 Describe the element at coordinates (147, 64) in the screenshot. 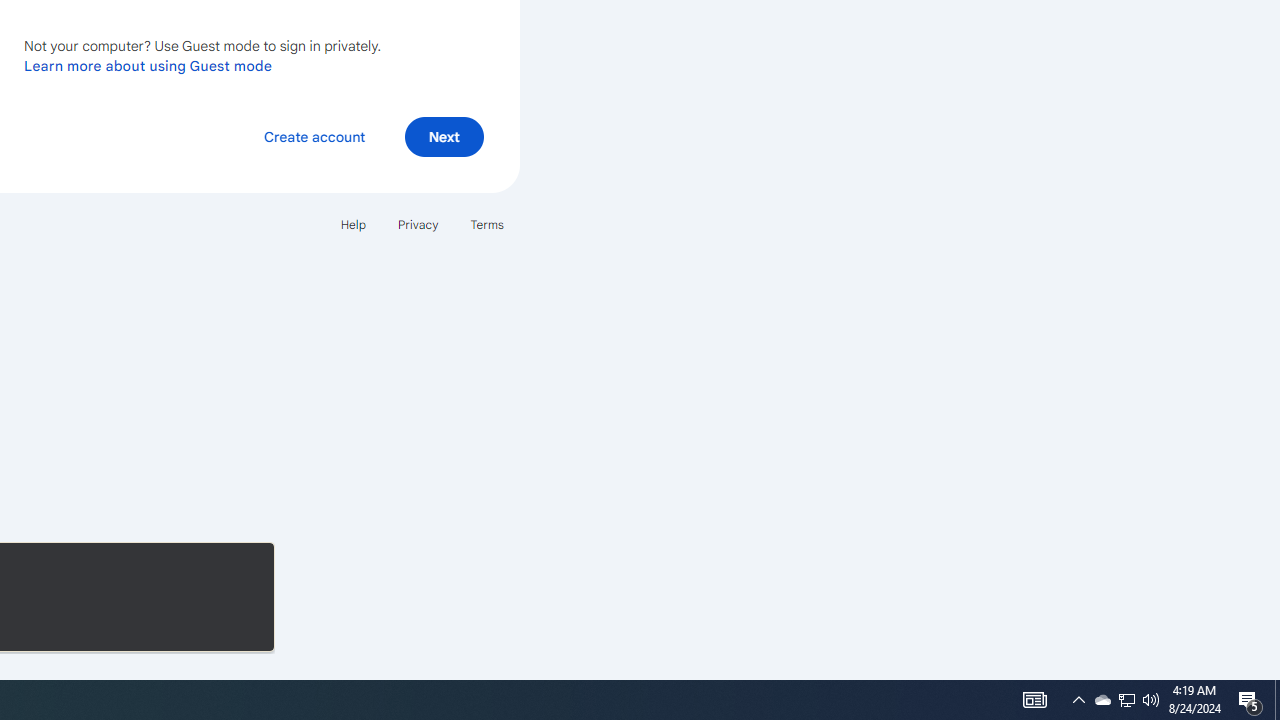

I see `'Learn more about using Guest mode'` at that location.